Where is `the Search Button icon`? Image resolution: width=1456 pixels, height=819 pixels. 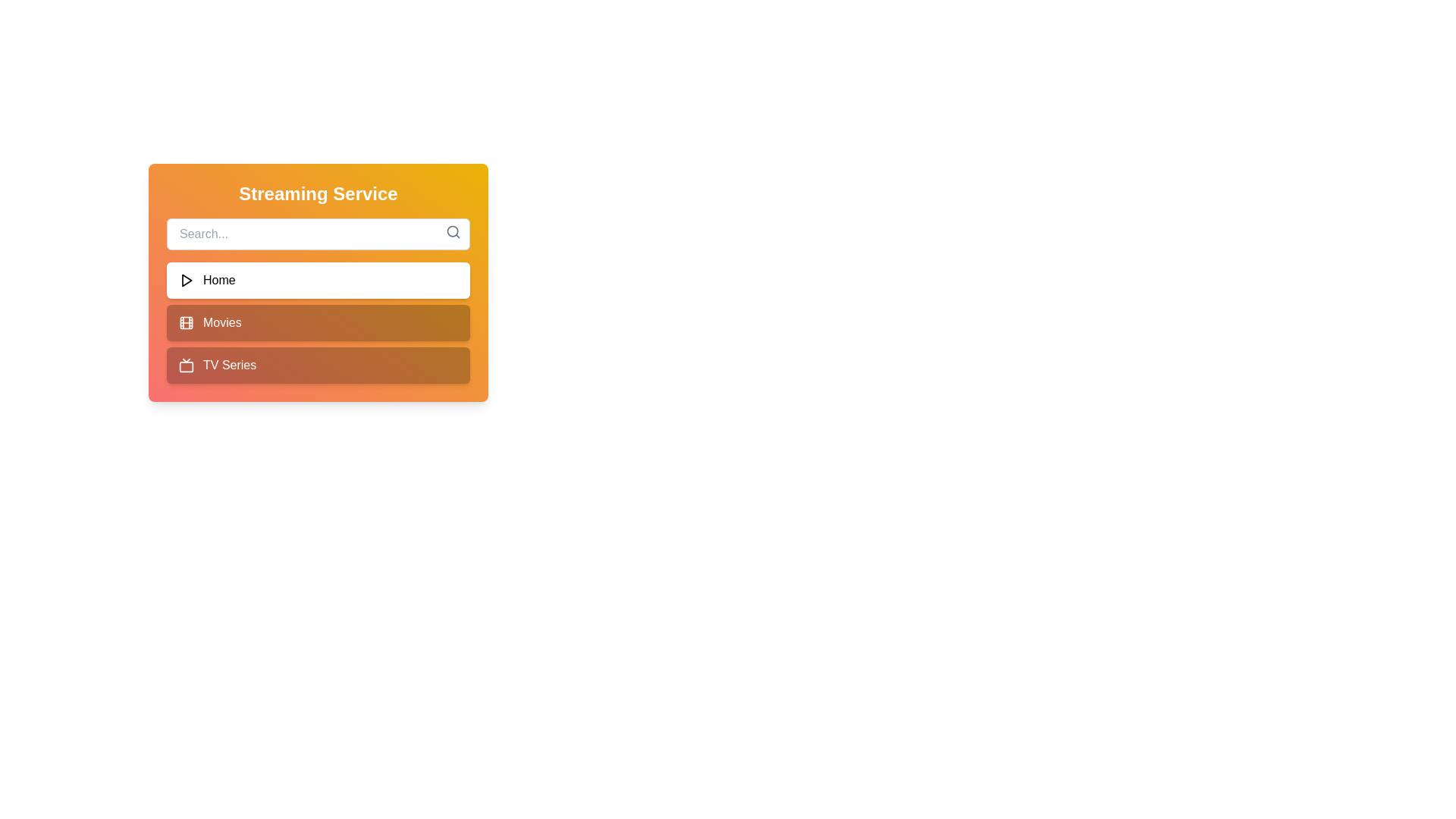
the Search Button icon is located at coordinates (453, 231).